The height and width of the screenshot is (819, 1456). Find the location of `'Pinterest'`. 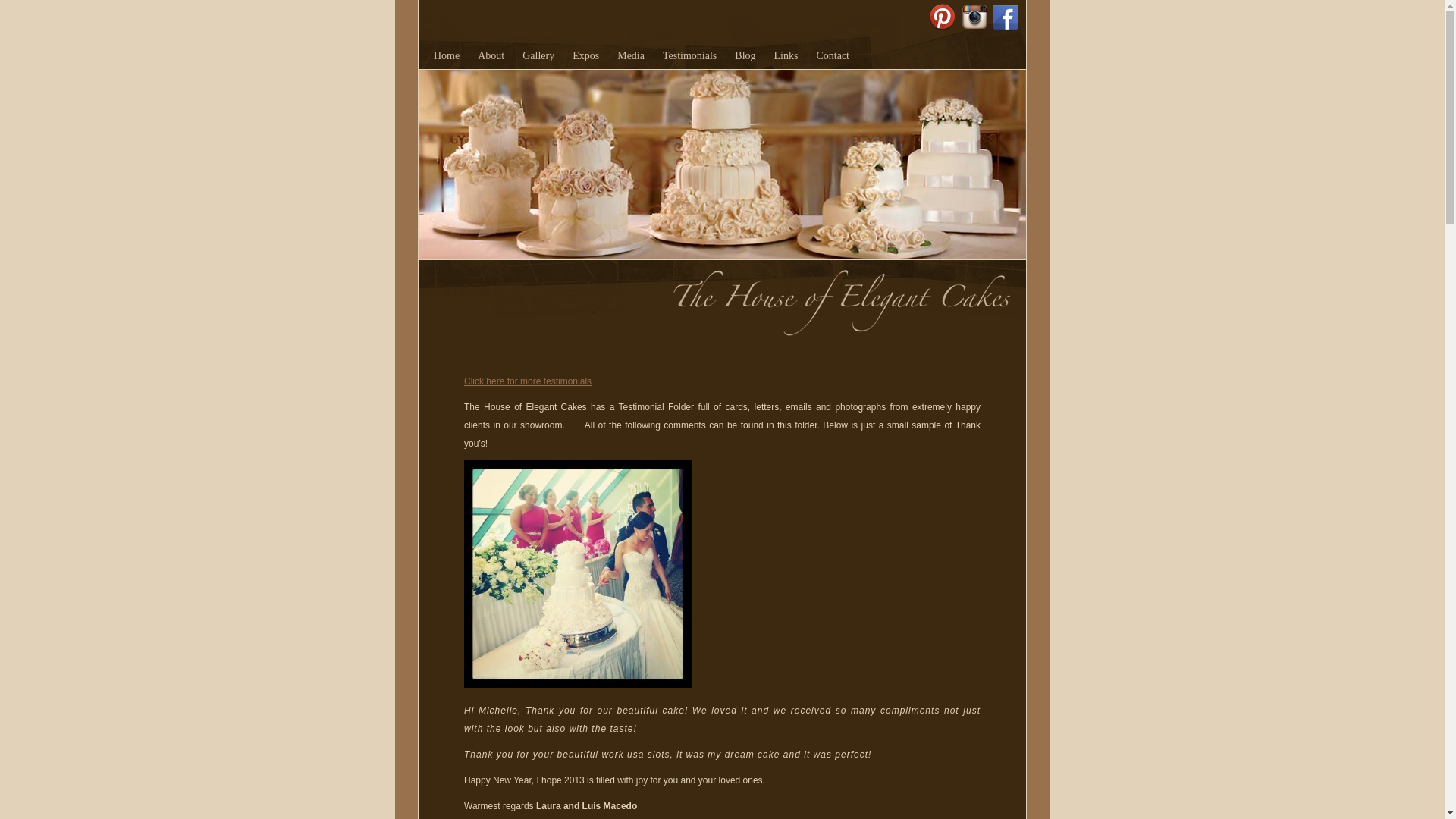

'Pinterest' is located at coordinates (942, 8).